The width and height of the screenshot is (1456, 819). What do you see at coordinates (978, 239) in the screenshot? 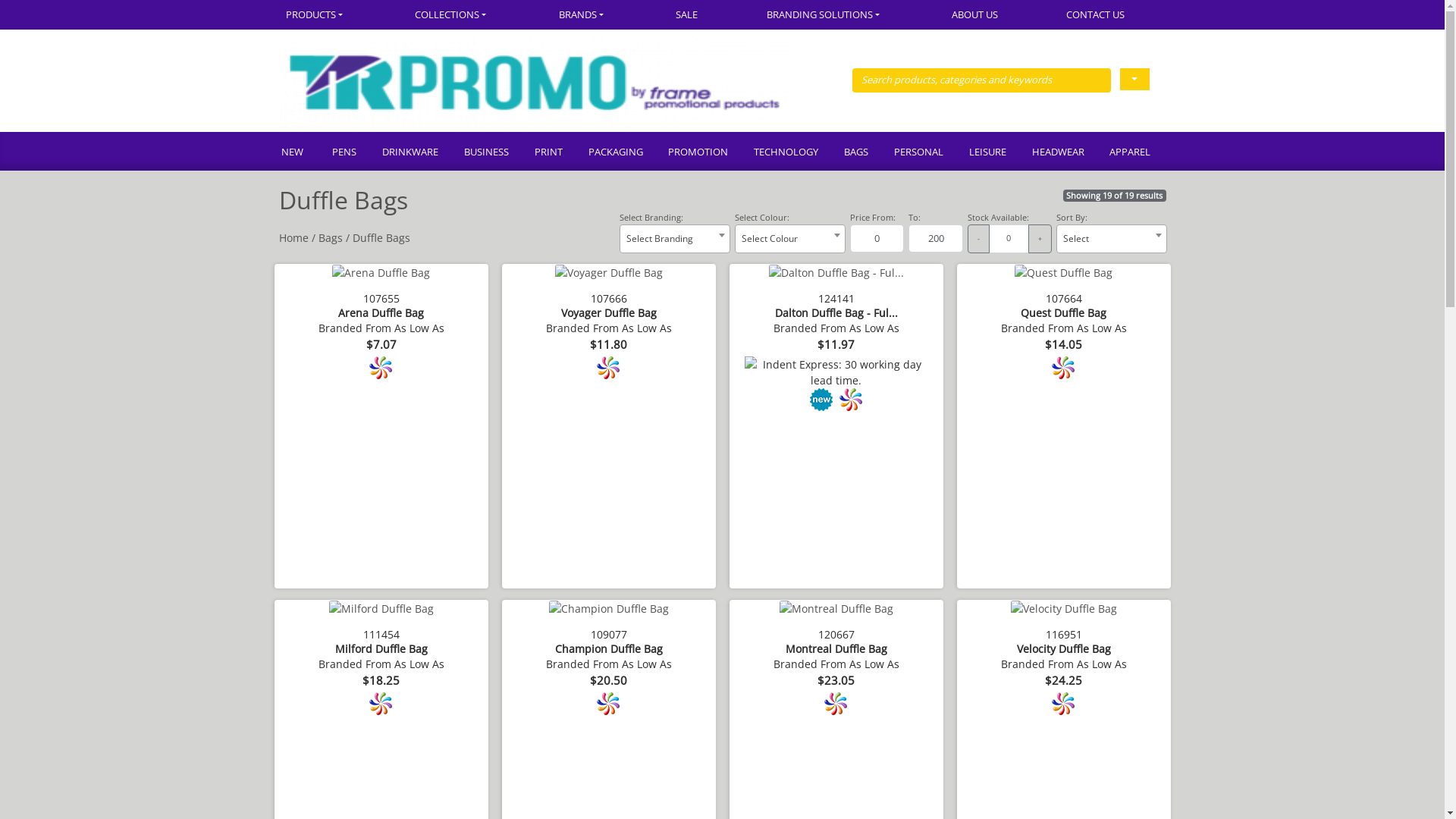
I see `'-'` at bounding box center [978, 239].